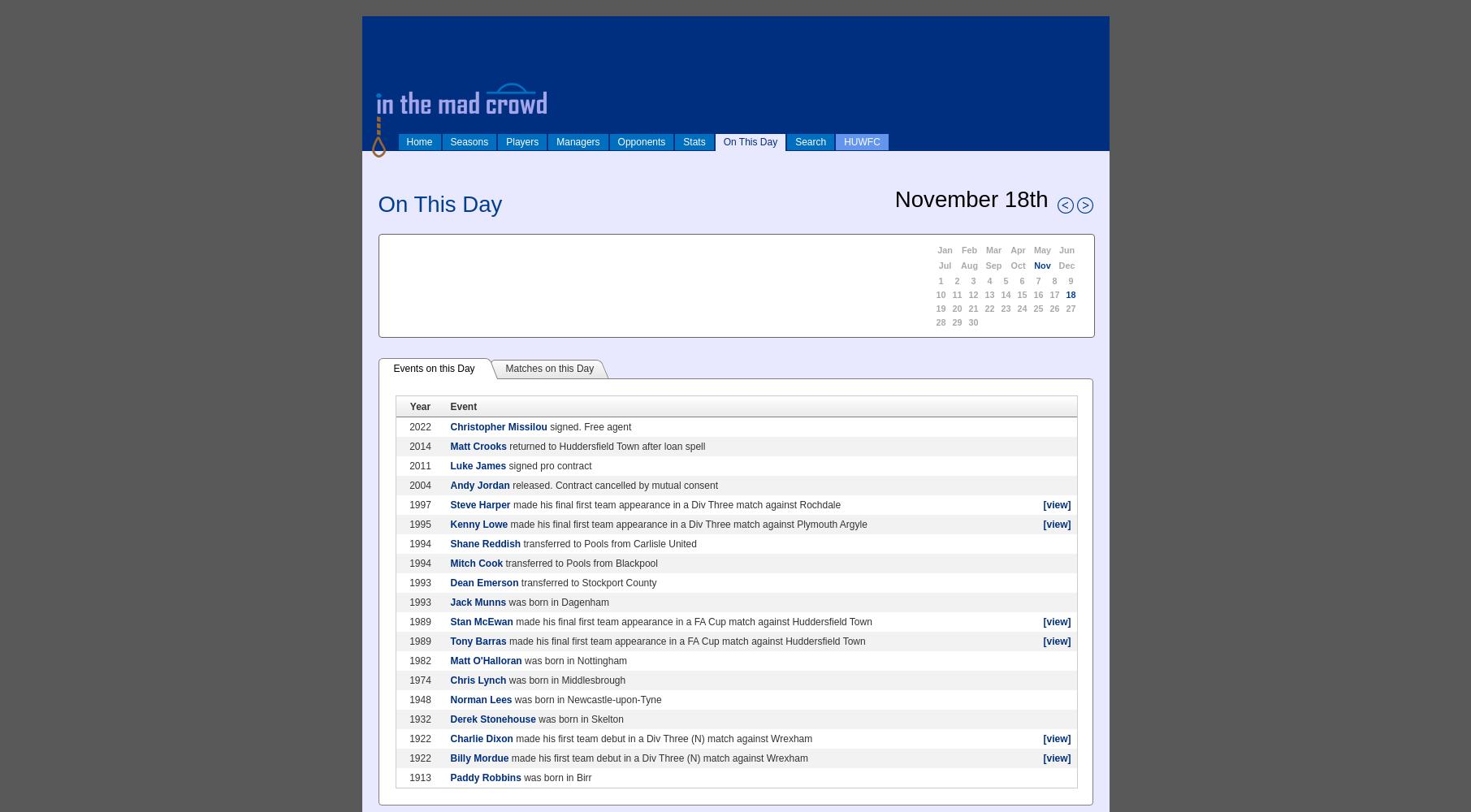 The image size is (1471, 812). Describe the element at coordinates (419, 699) in the screenshot. I see `'1948'` at that location.